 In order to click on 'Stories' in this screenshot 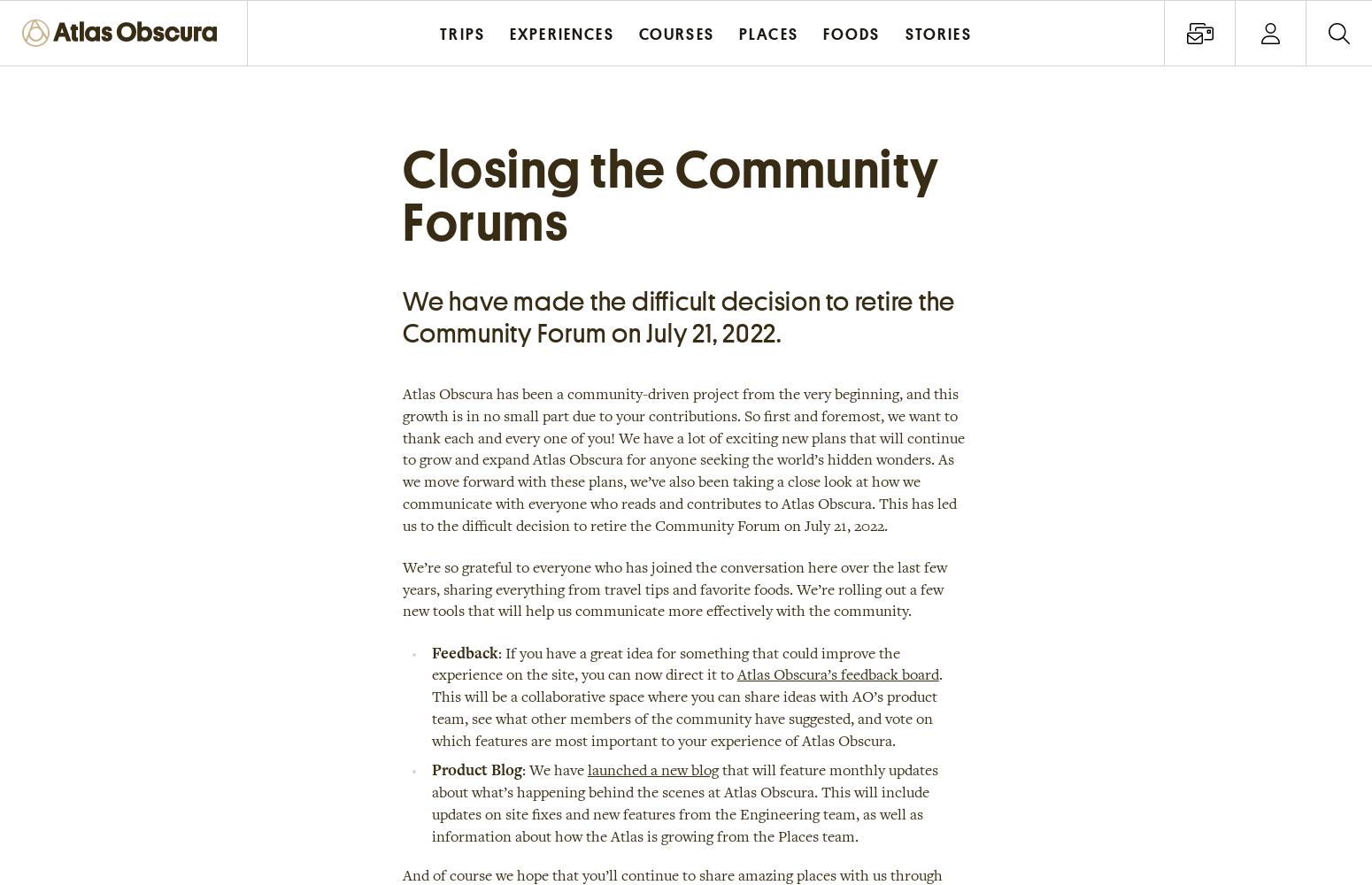, I will do `click(937, 34)`.